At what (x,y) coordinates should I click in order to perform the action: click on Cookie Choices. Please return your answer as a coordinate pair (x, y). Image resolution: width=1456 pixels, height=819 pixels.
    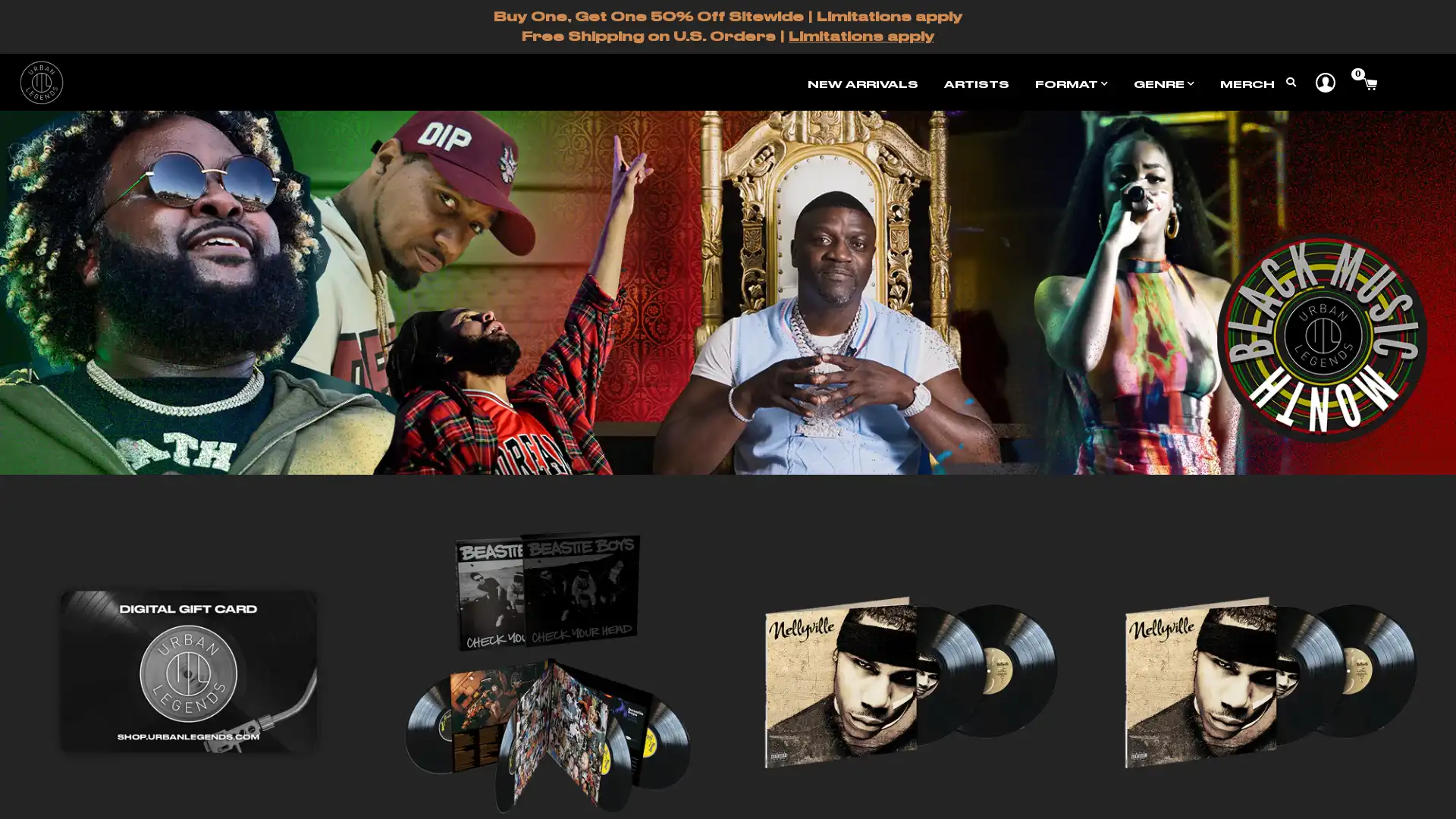
    Looking at the image, I should click on (782, 792).